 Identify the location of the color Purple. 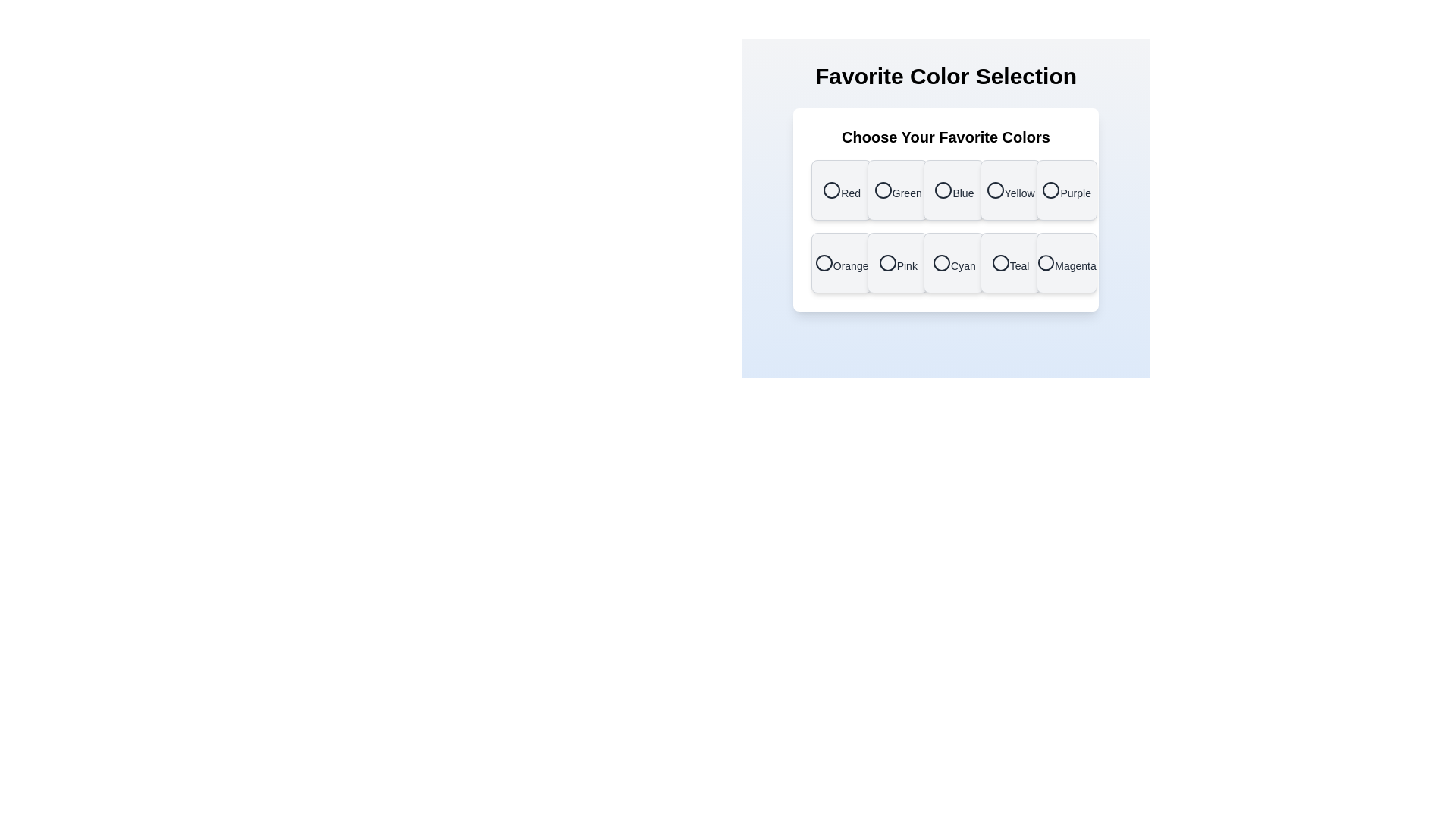
(1065, 189).